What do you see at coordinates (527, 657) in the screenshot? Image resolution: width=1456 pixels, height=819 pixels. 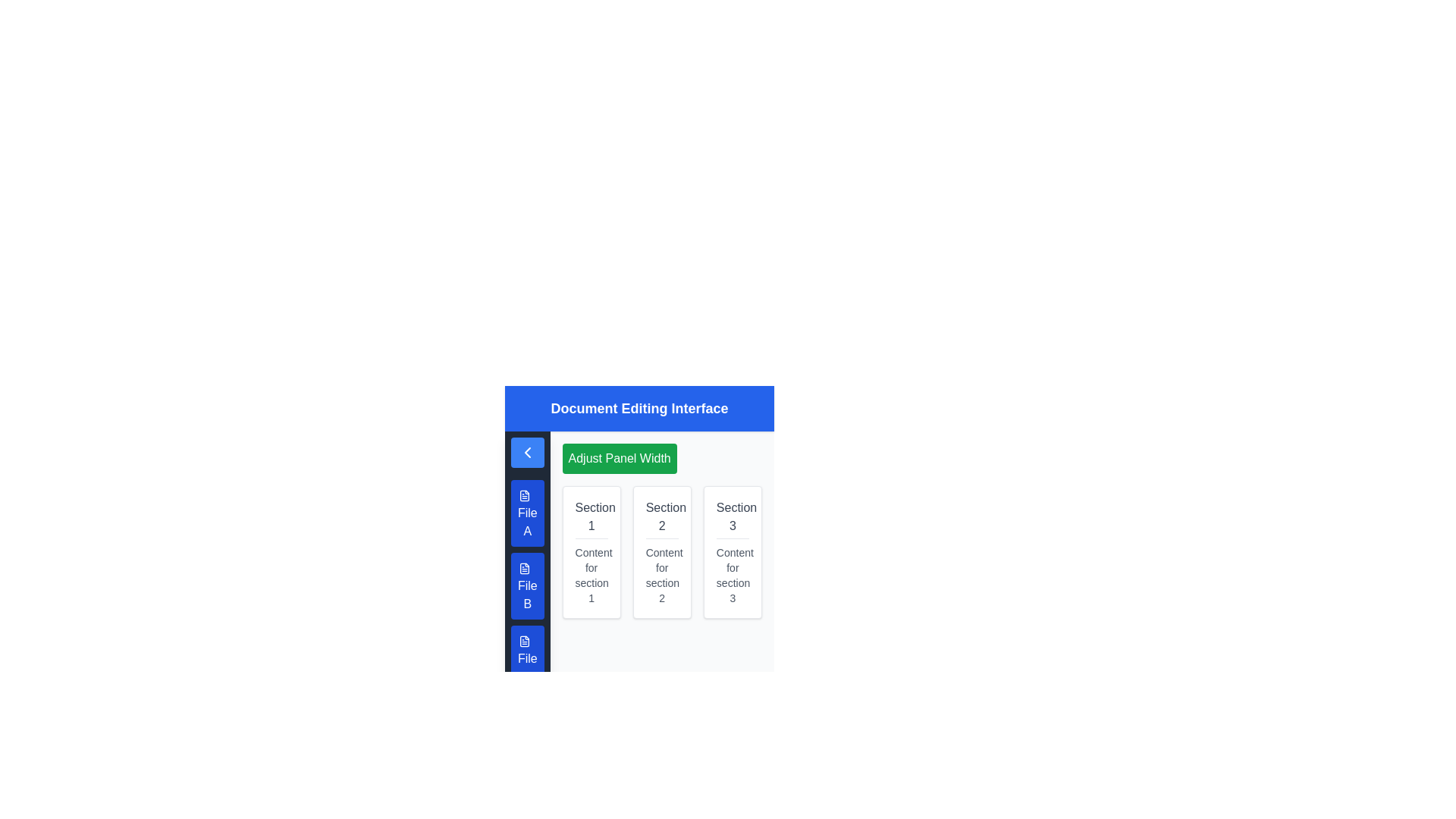 I see `the bottom-most button in the left-side panel that represents 'File C' to interact with it` at bounding box center [527, 657].